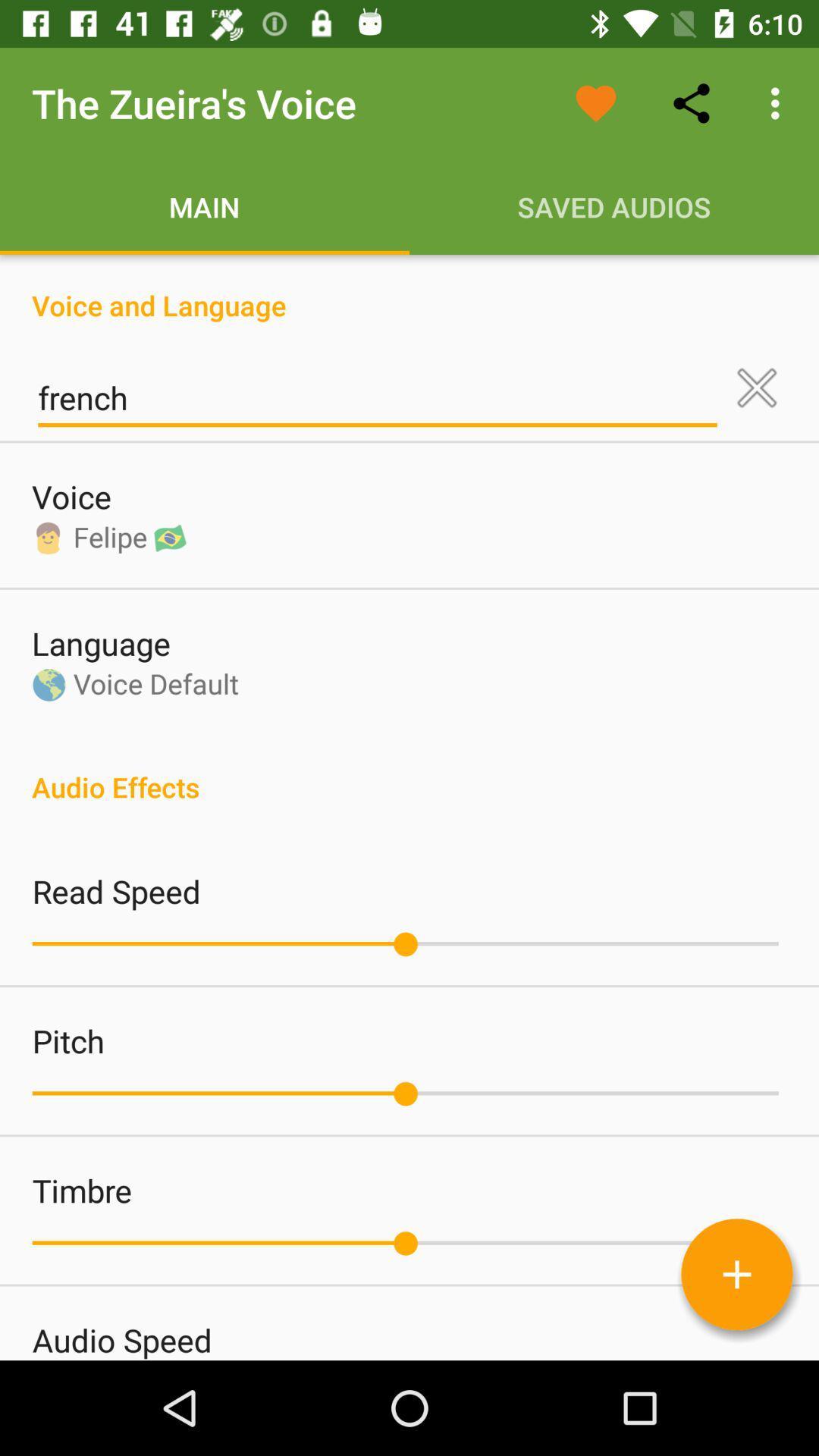 The image size is (819, 1456). What do you see at coordinates (757, 388) in the screenshot?
I see `the icon next to french` at bounding box center [757, 388].